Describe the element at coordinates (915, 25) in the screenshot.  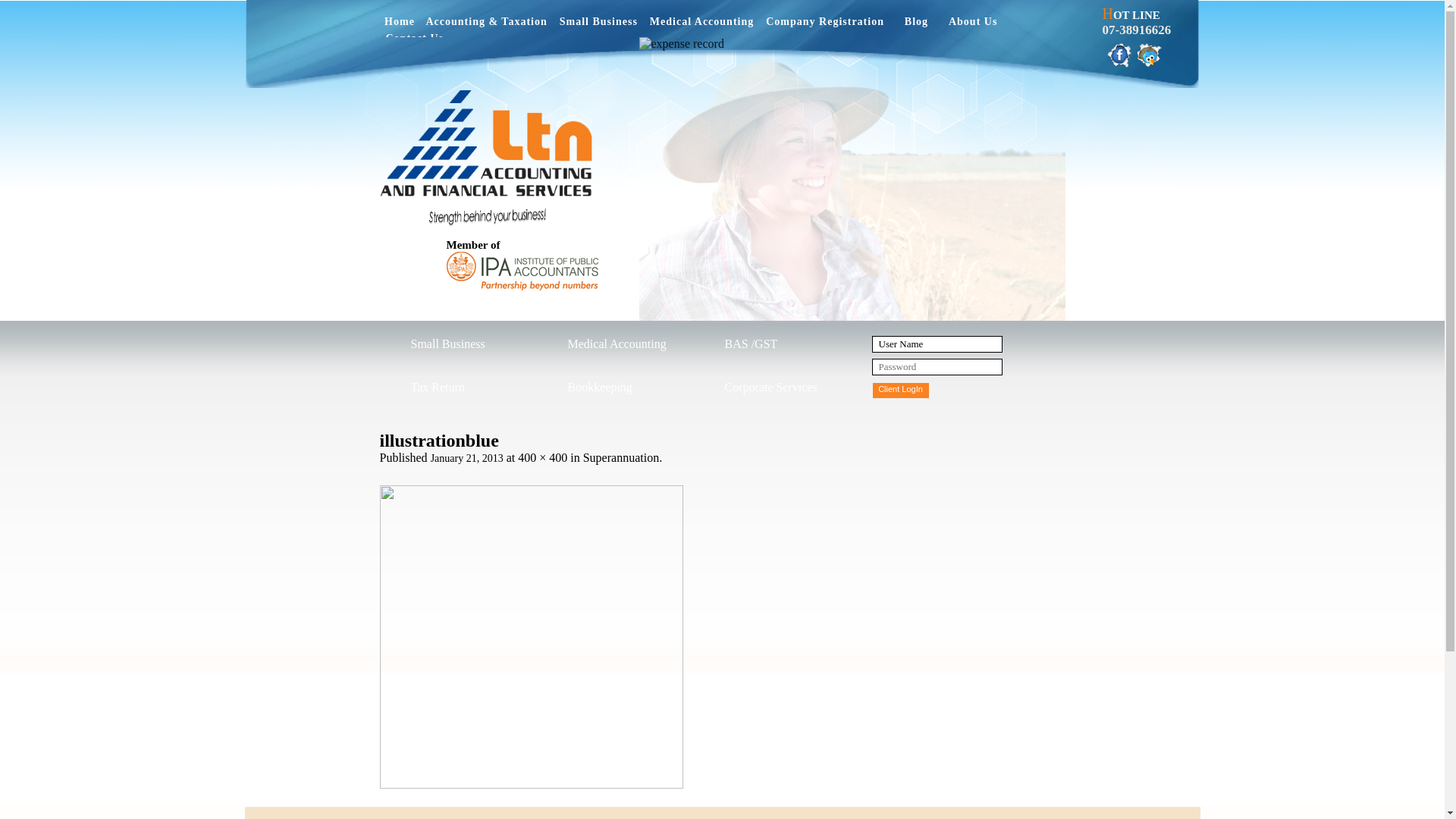
I see `'Blog'` at that location.